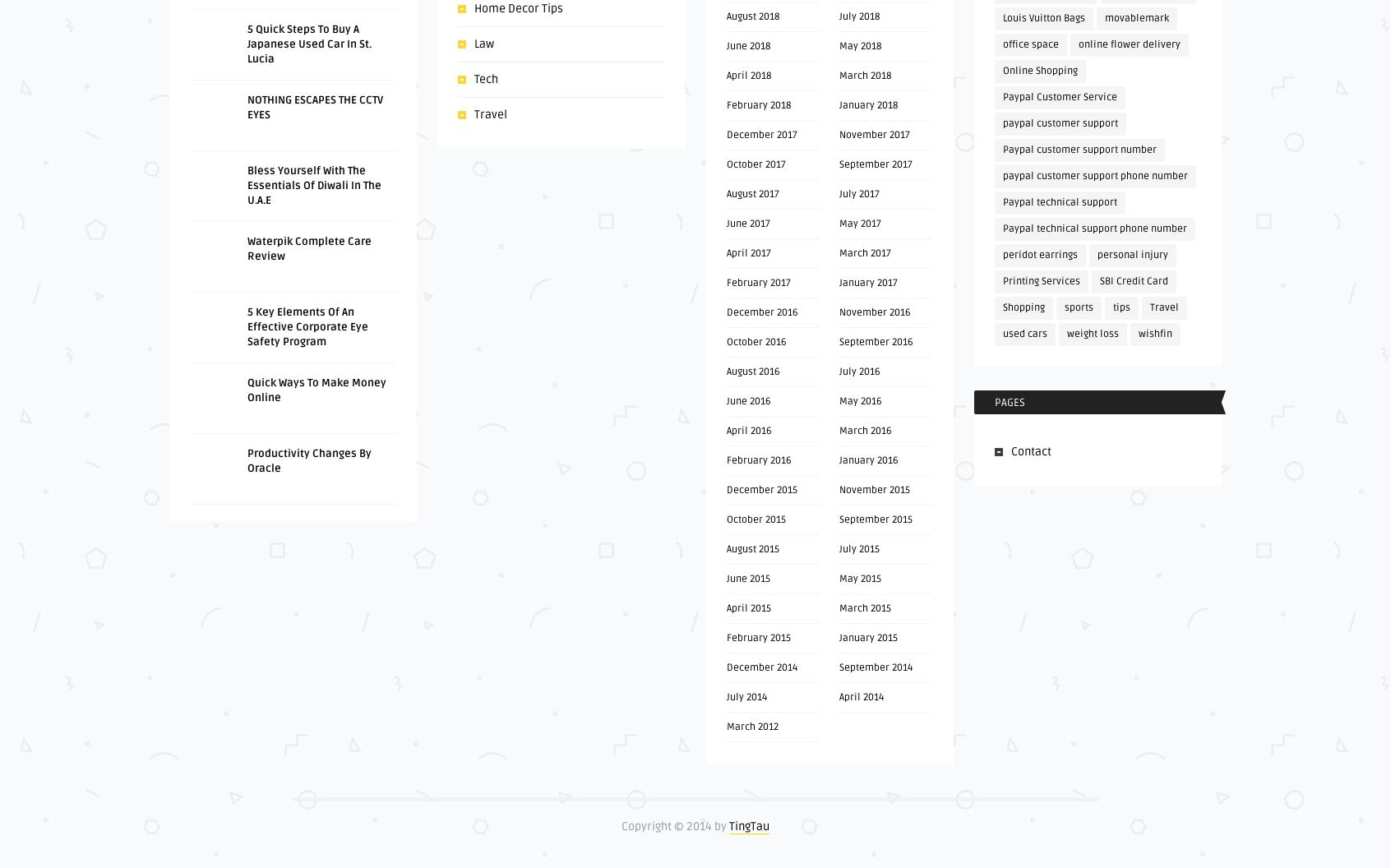 The width and height of the screenshot is (1391, 868). What do you see at coordinates (837, 282) in the screenshot?
I see `'January 2017'` at bounding box center [837, 282].